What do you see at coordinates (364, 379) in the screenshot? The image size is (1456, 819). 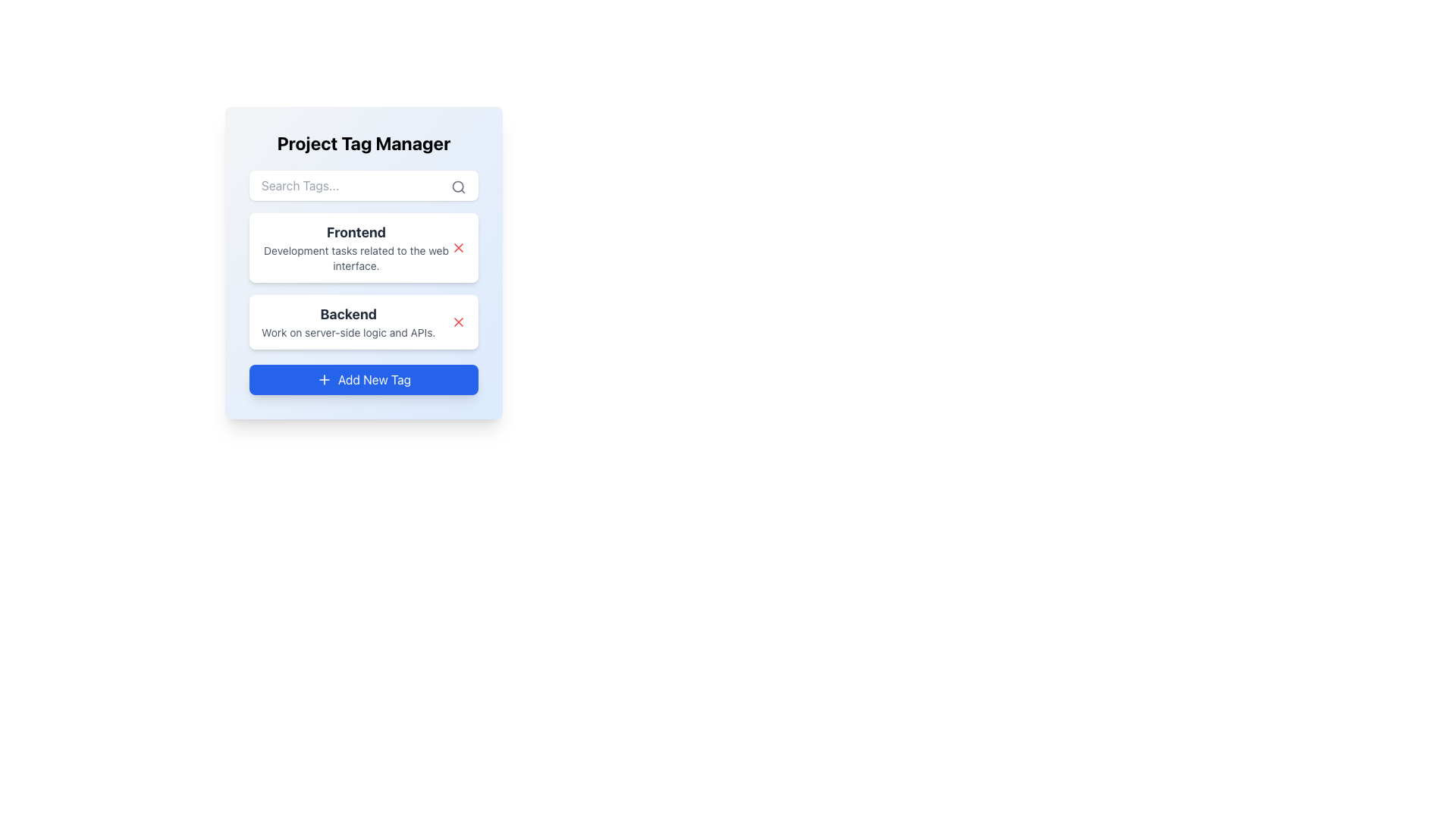 I see `the 'Add New Tag' button with rounded corners, blue background, and white text` at bounding box center [364, 379].